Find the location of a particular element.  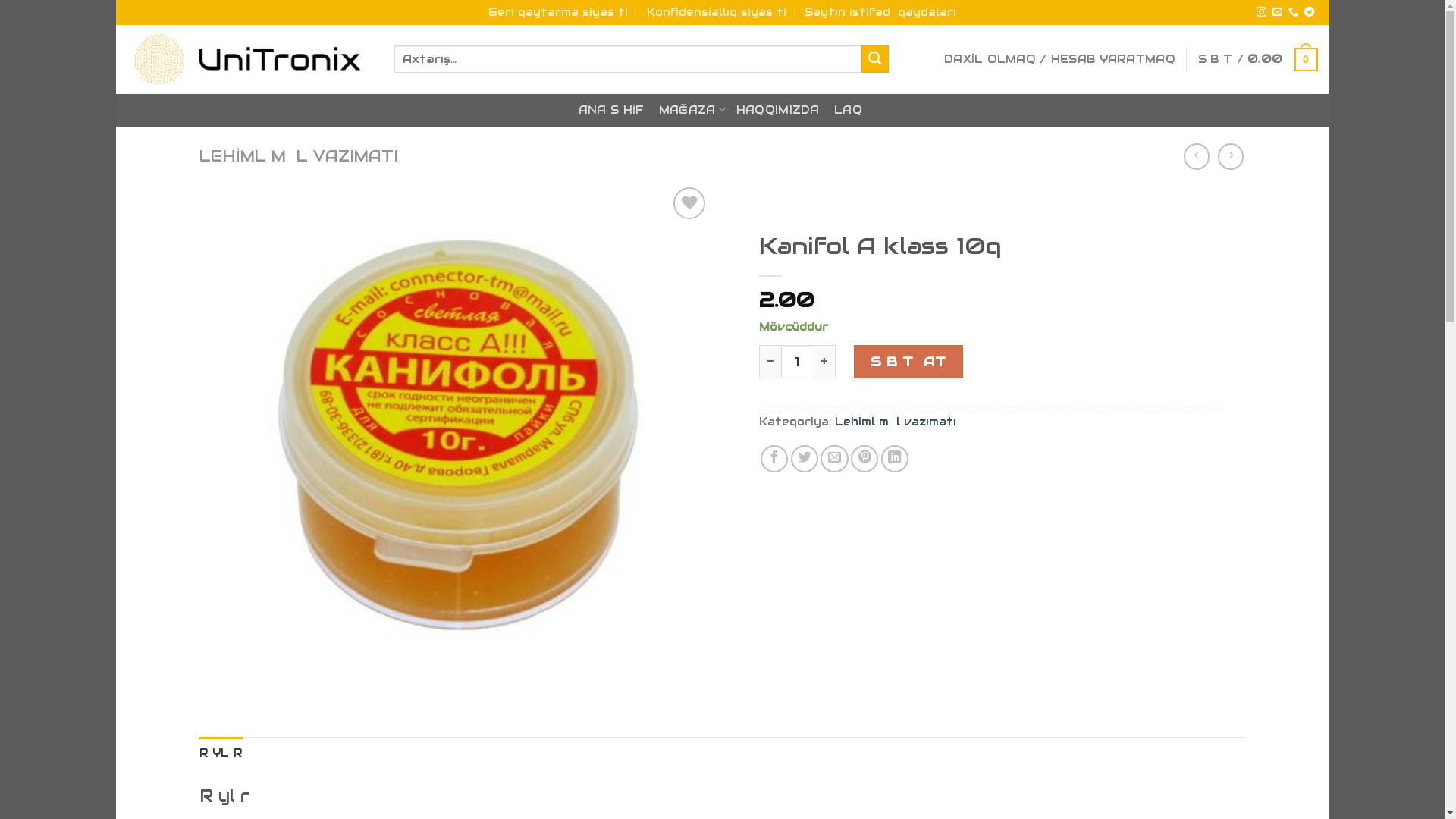

'Pin on Pinterest' is located at coordinates (864, 458).